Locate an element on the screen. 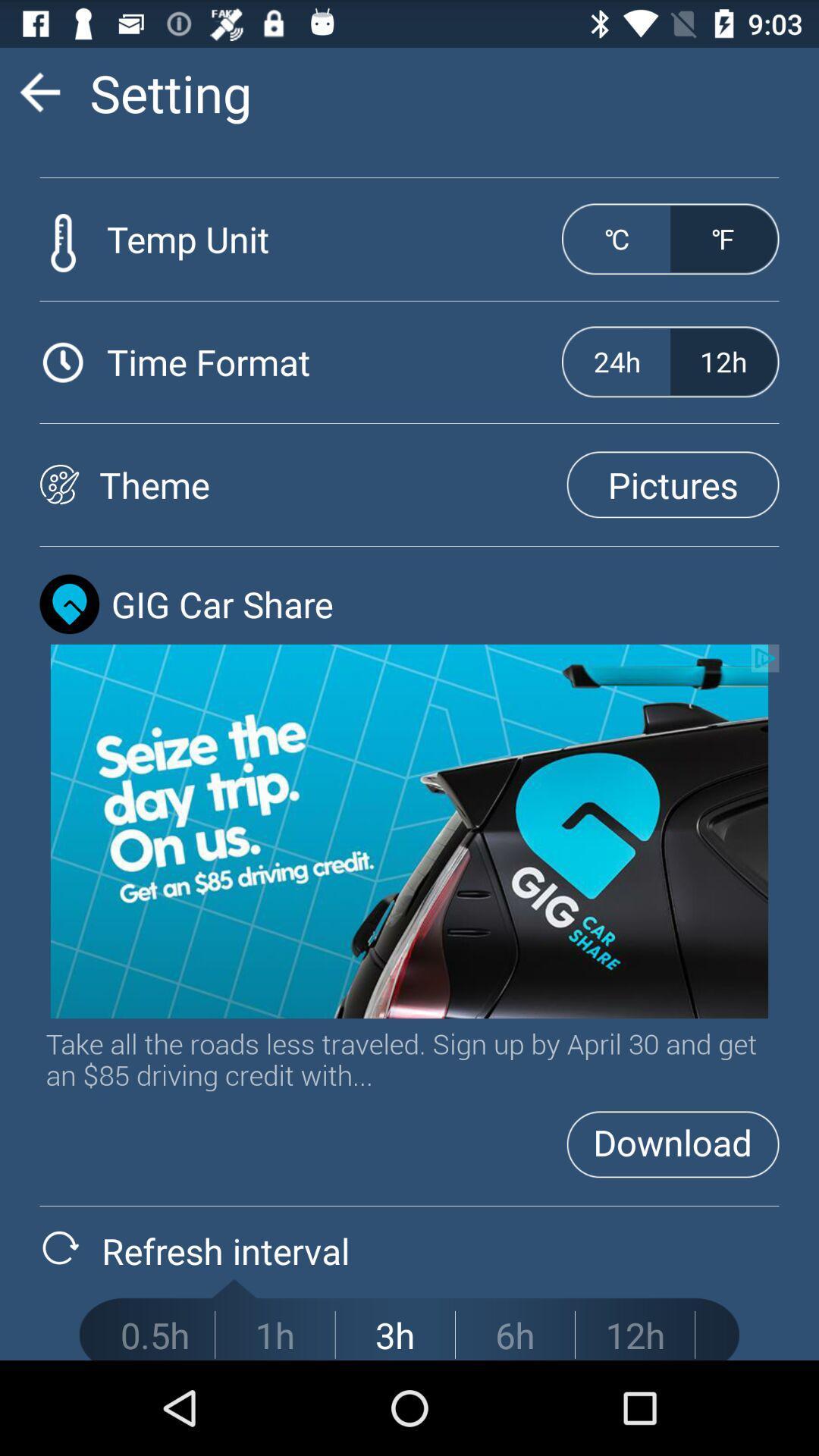 This screenshot has width=819, height=1456. the location icon is located at coordinates (69, 646).